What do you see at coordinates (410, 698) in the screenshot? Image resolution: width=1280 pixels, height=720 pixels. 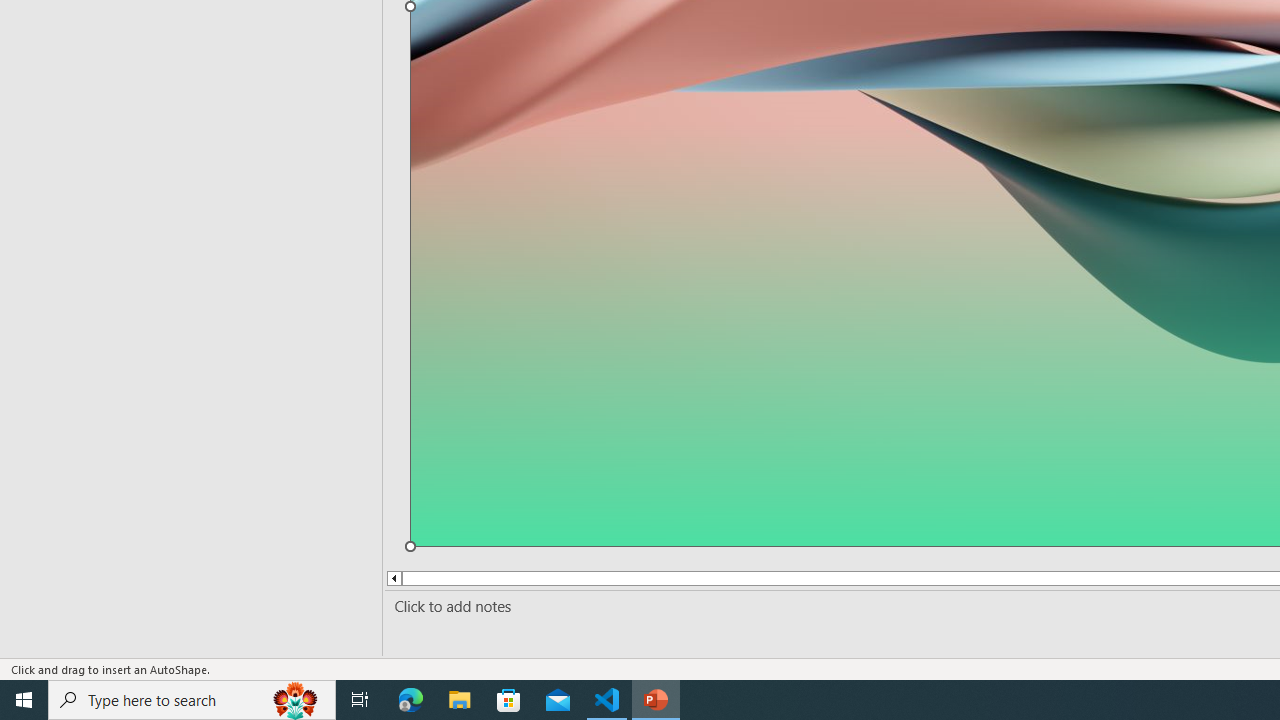 I see `'Microsoft Edge'` at bounding box center [410, 698].